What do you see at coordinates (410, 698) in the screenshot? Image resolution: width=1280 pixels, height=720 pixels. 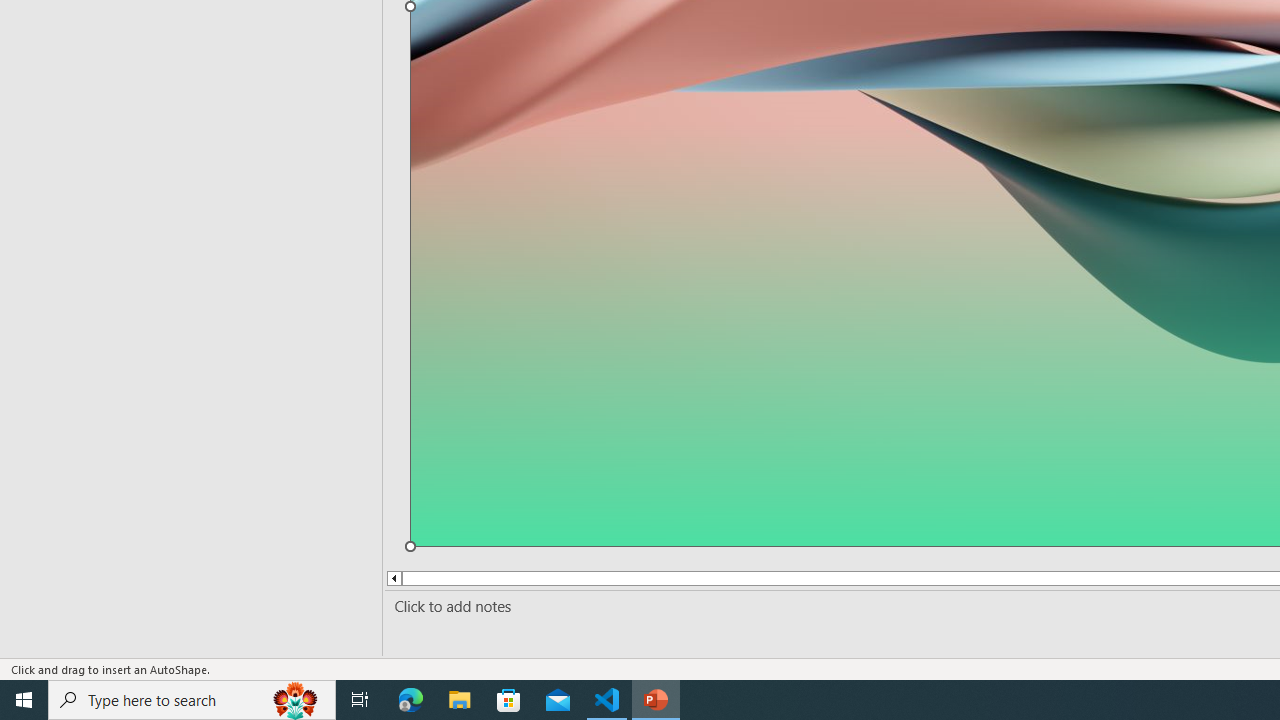 I see `'Microsoft Edge'` at bounding box center [410, 698].